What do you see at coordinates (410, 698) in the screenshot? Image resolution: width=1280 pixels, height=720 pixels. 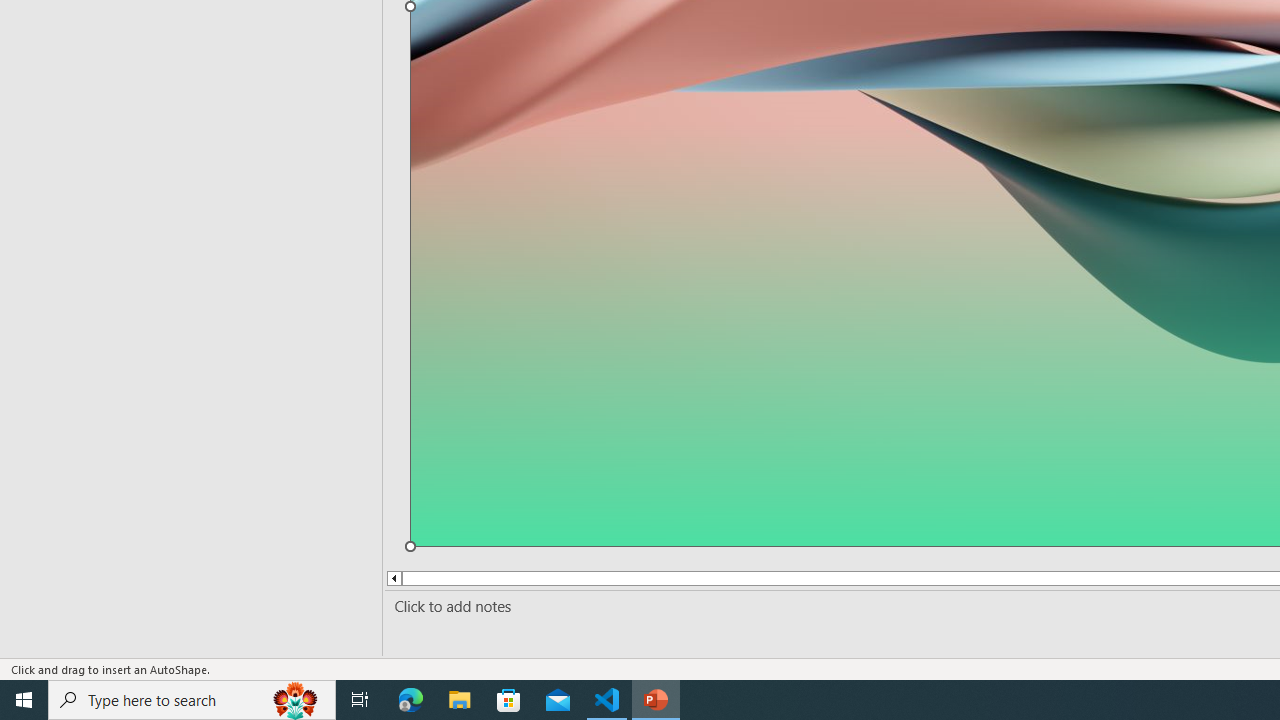 I see `'Microsoft Edge'` at bounding box center [410, 698].